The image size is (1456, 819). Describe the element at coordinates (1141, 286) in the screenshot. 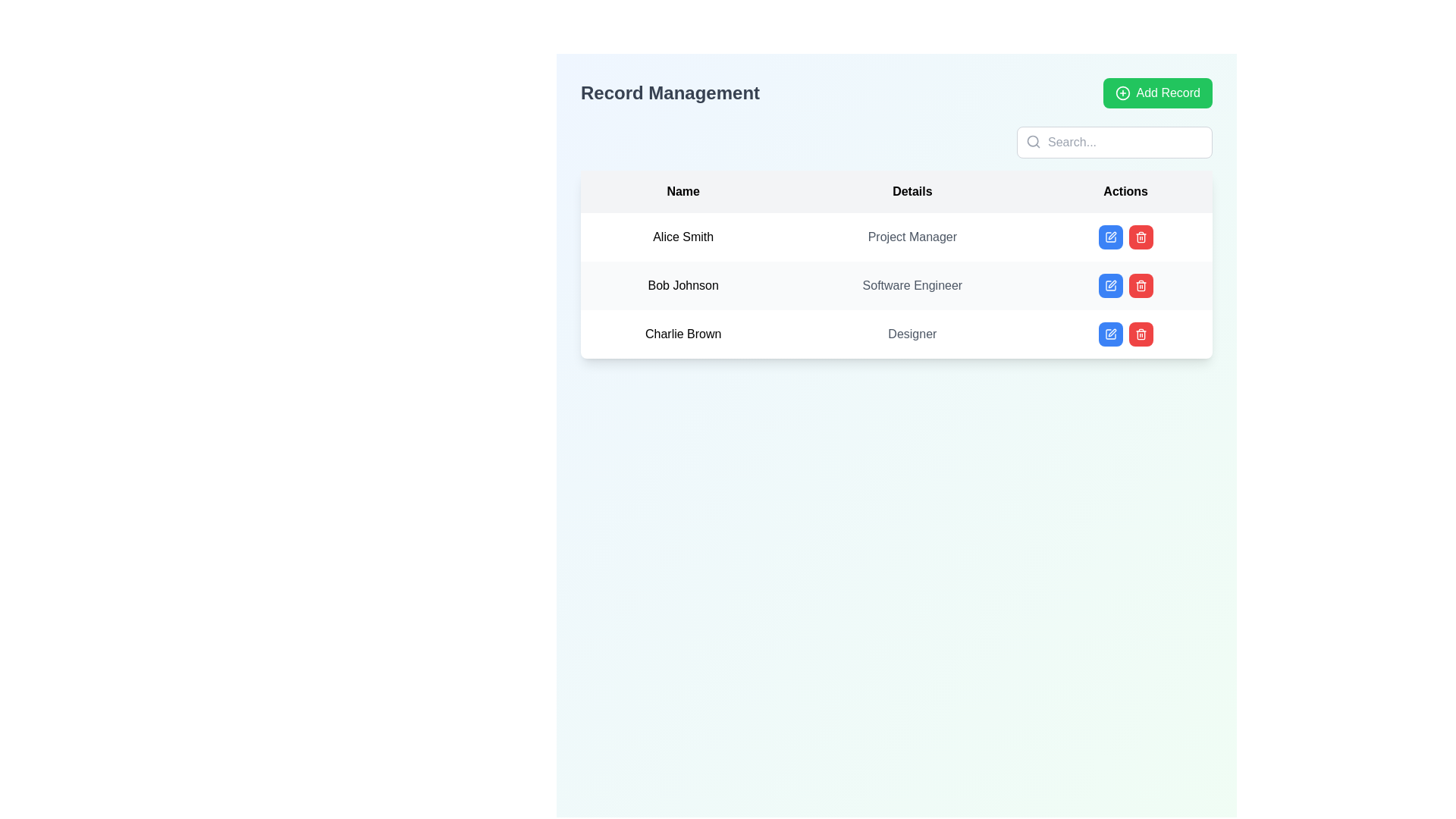

I see `the red button with a white trash bin icon located` at that location.